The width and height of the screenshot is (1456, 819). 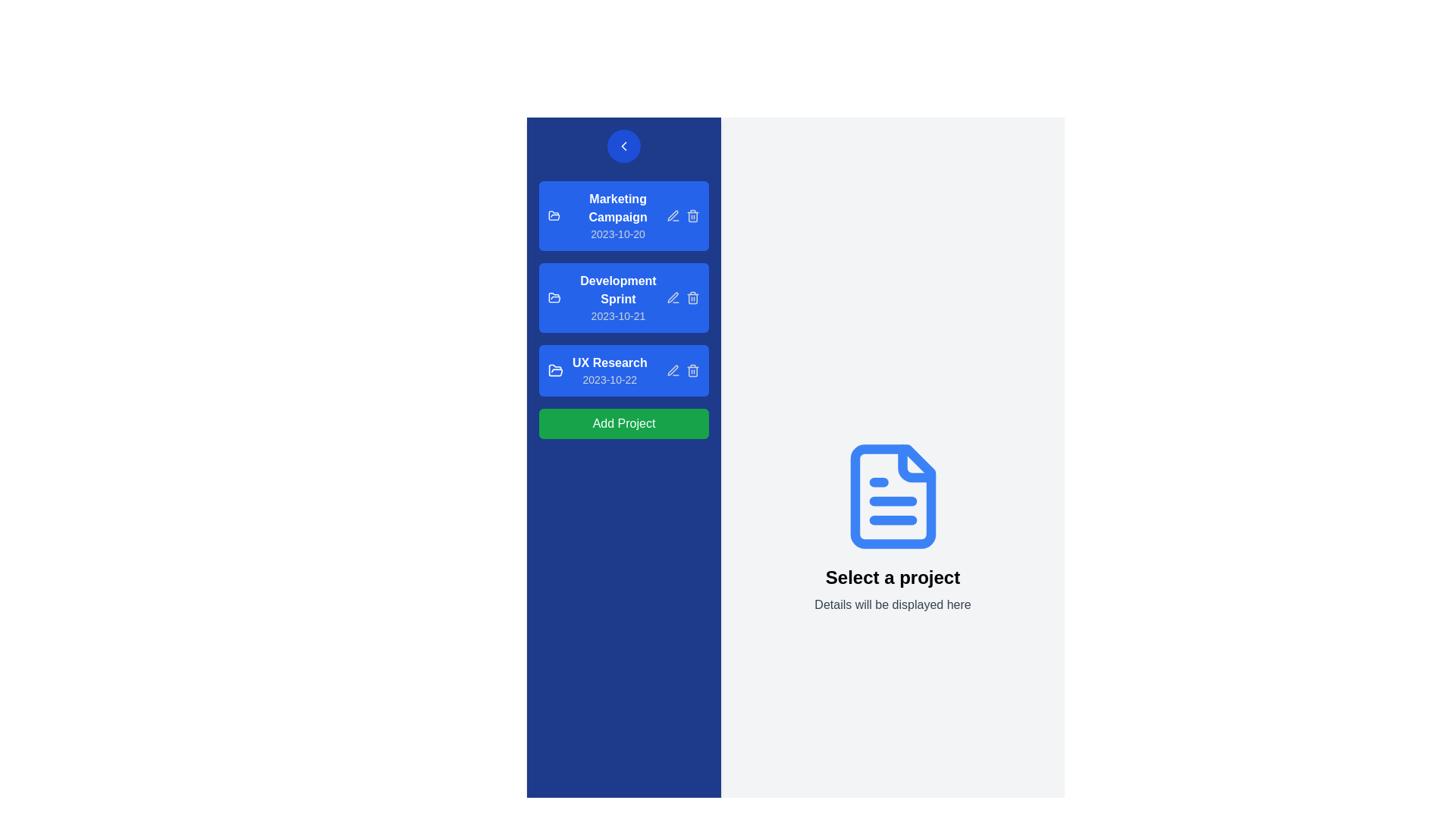 What do you see at coordinates (610, 379) in the screenshot?
I see `the text label displaying '2023-10-22', which is positioned at the bottom right of the 'UX Research' button within a blue background` at bounding box center [610, 379].